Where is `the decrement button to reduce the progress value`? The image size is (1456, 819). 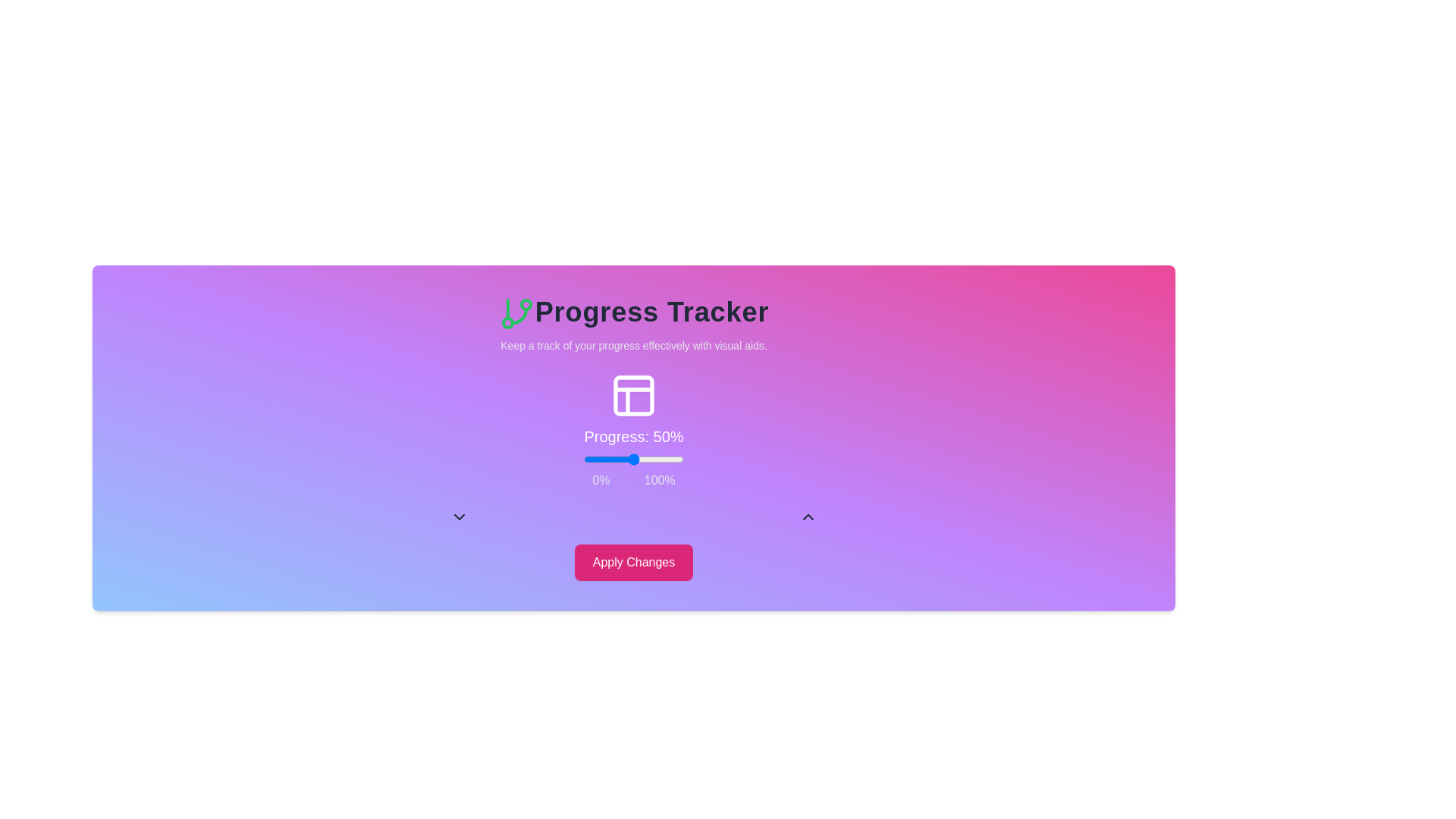 the decrement button to reduce the progress value is located at coordinates (458, 516).